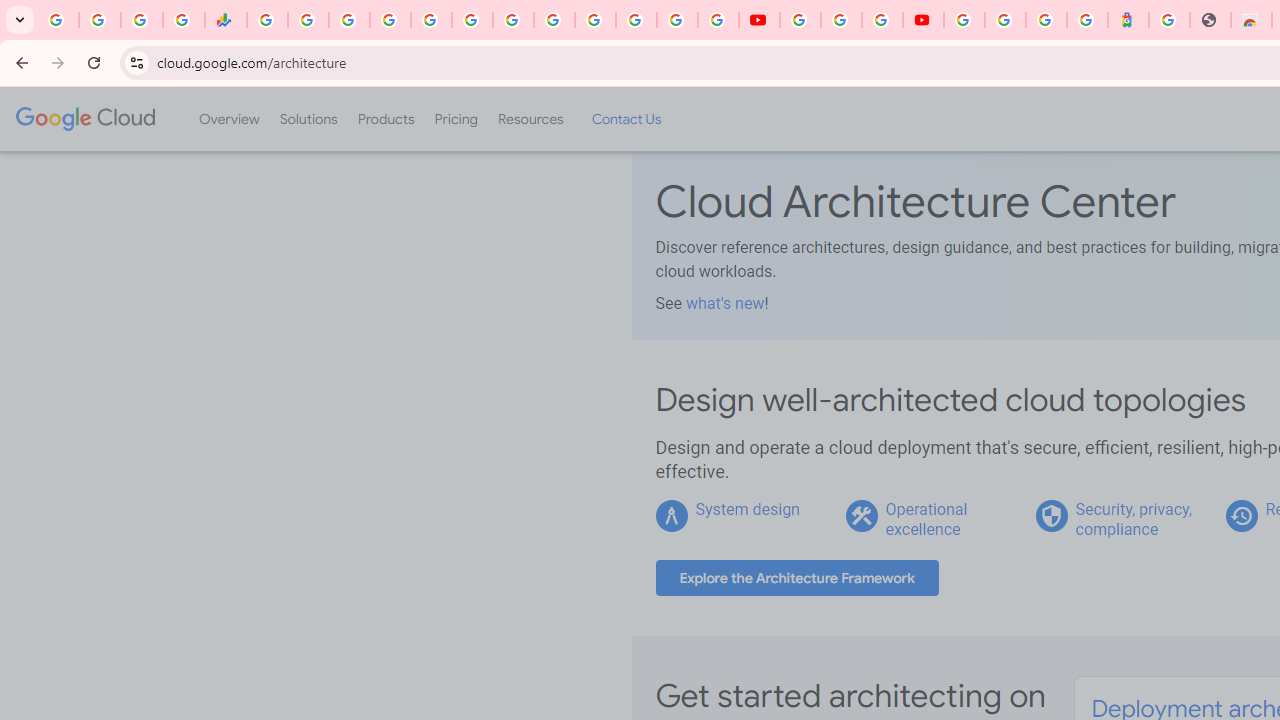 The width and height of the screenshot is (1280, 720). I want to click on 'Resources', so click(530, 119).